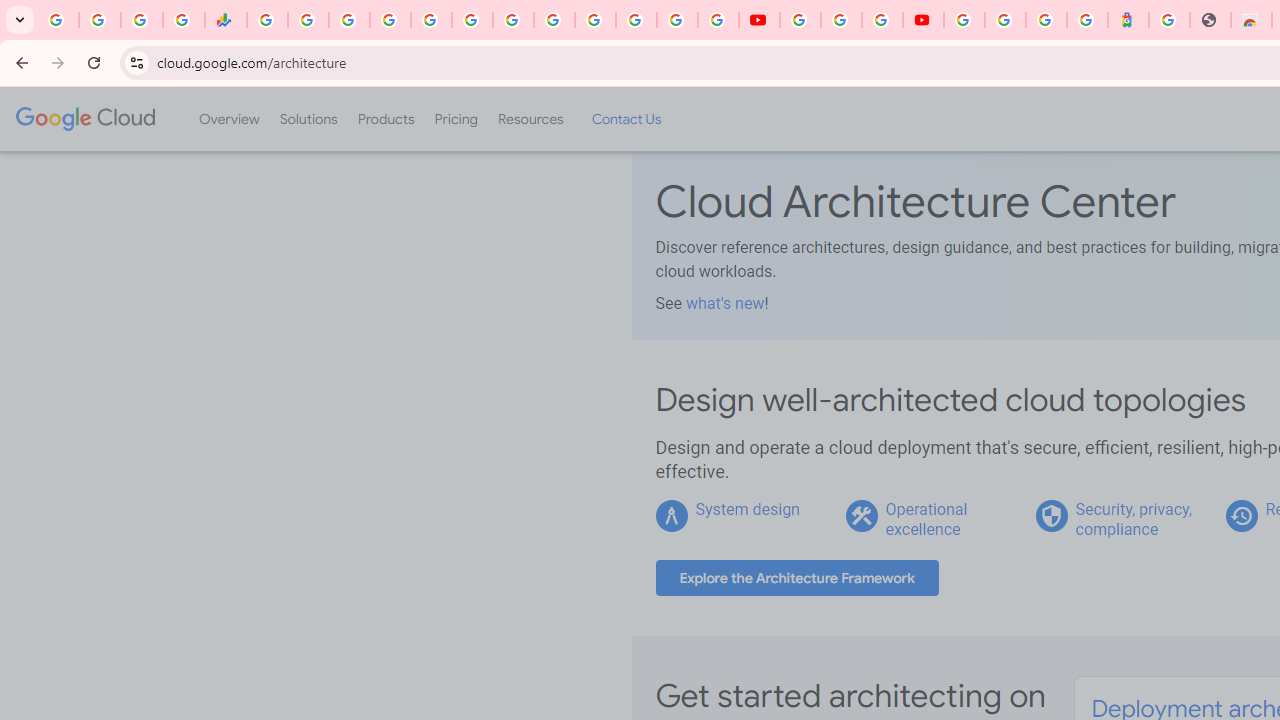 The width and height of the screenshot is (1280, 720). I want to click on 'Resources', so click(530, 119).